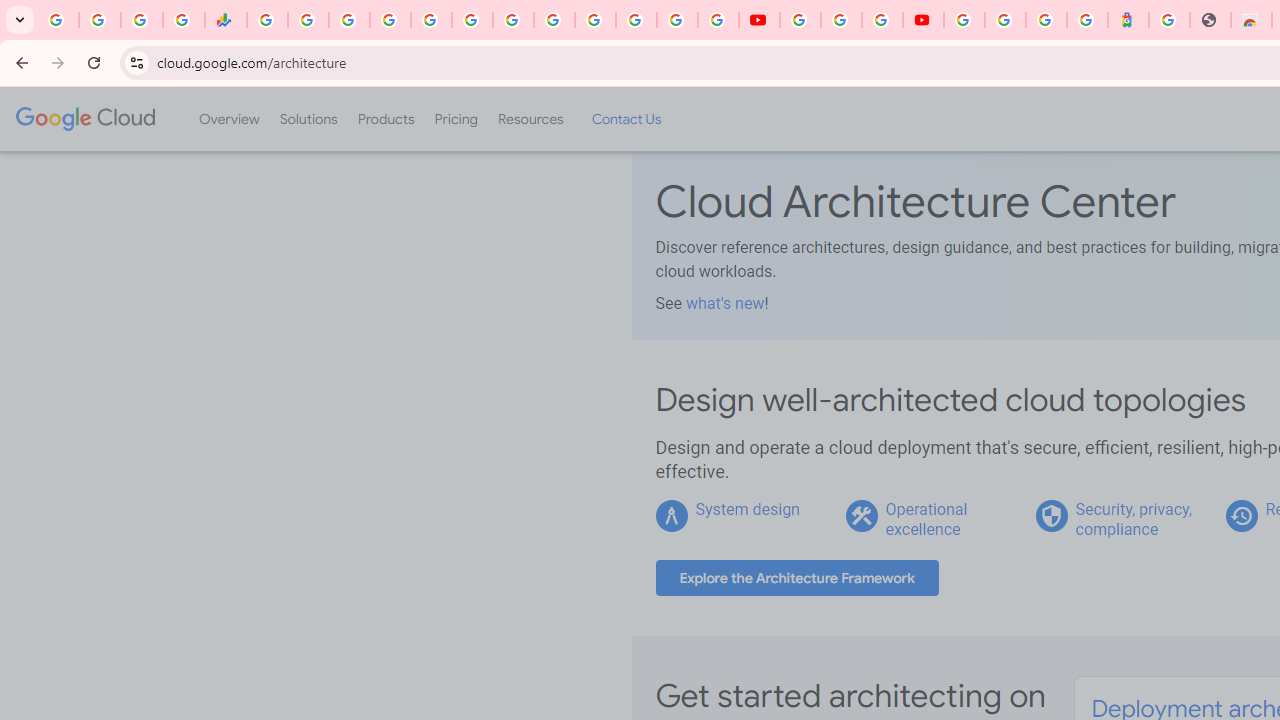 The width and height of the screenshot is (1280, 720). I want to click on 'Resources', so click(530, 119).